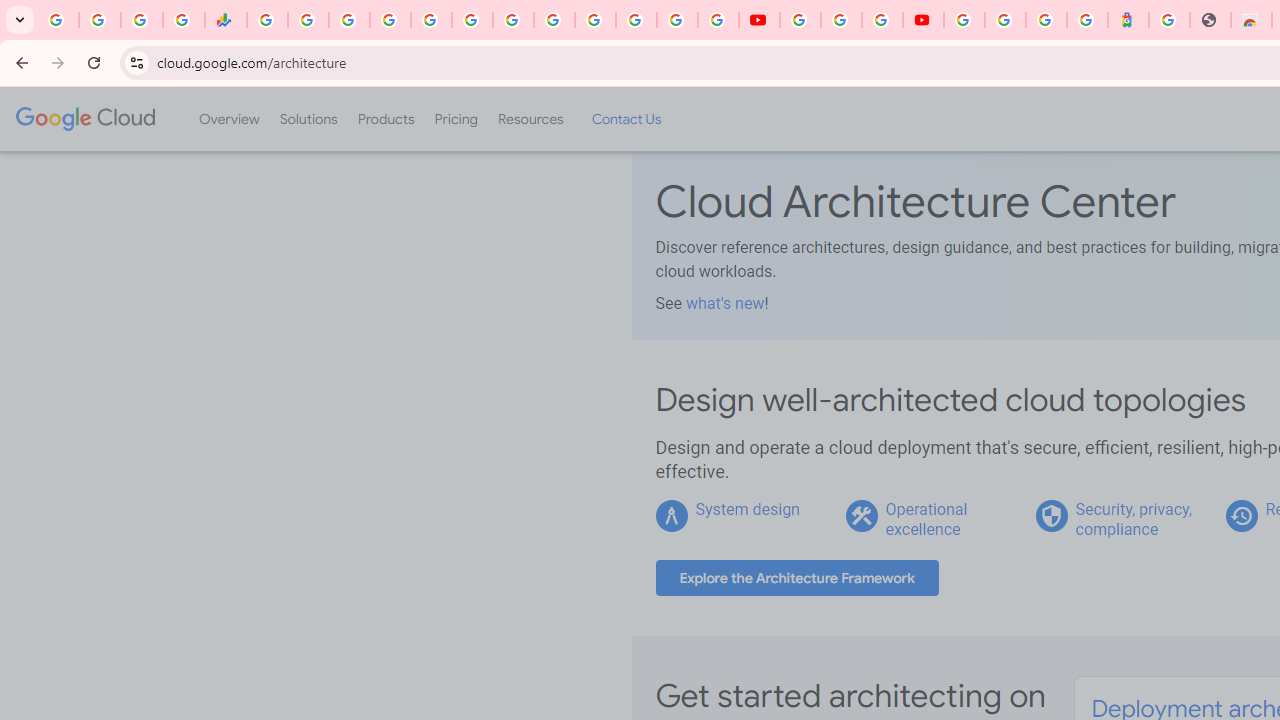 The width and height of the screenshot is (1280, 720). I want to click on 'Resources', so click(530, 119).